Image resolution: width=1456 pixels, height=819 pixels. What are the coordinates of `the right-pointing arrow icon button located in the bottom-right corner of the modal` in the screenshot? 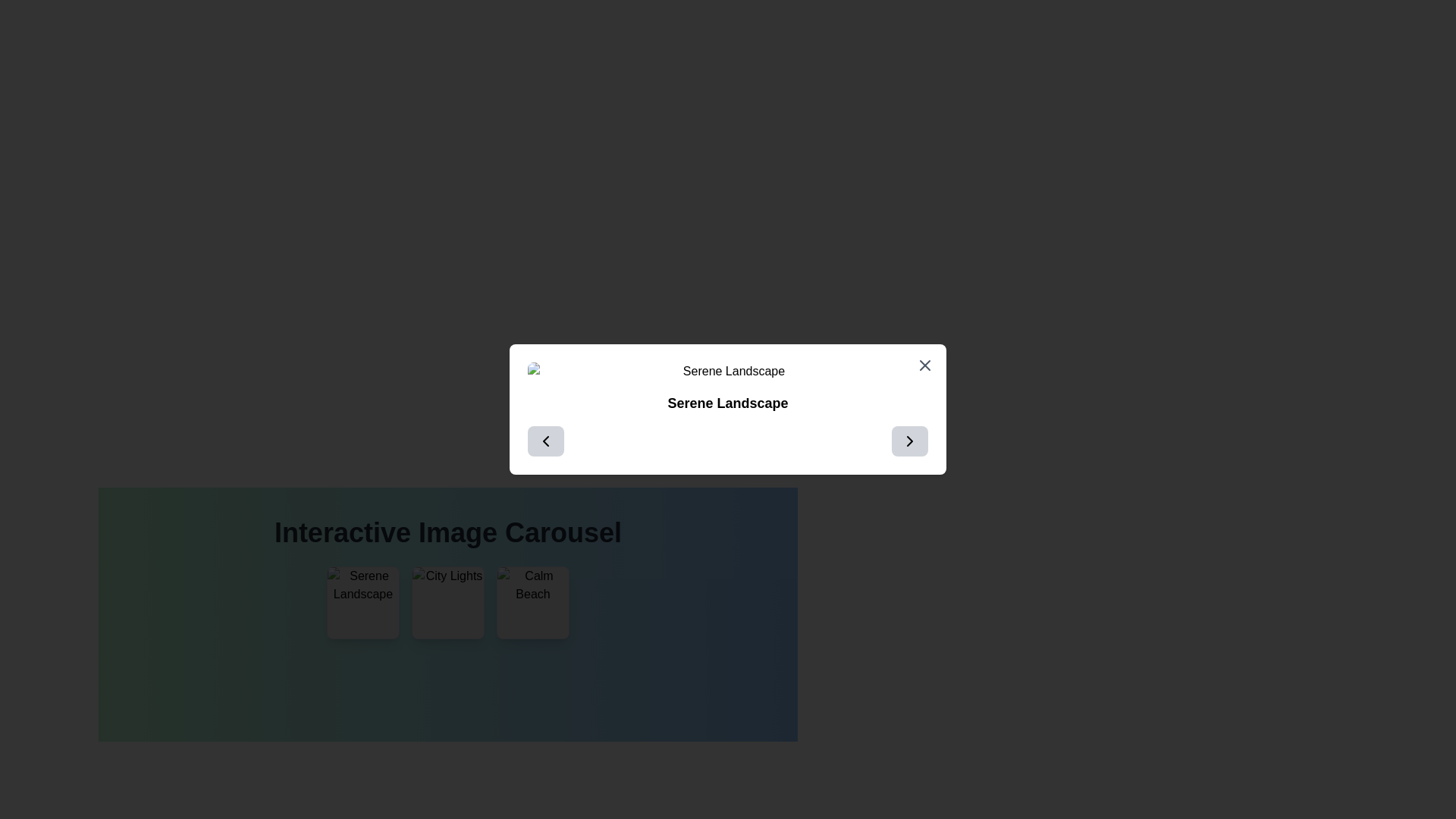 It's located at (910, 441).